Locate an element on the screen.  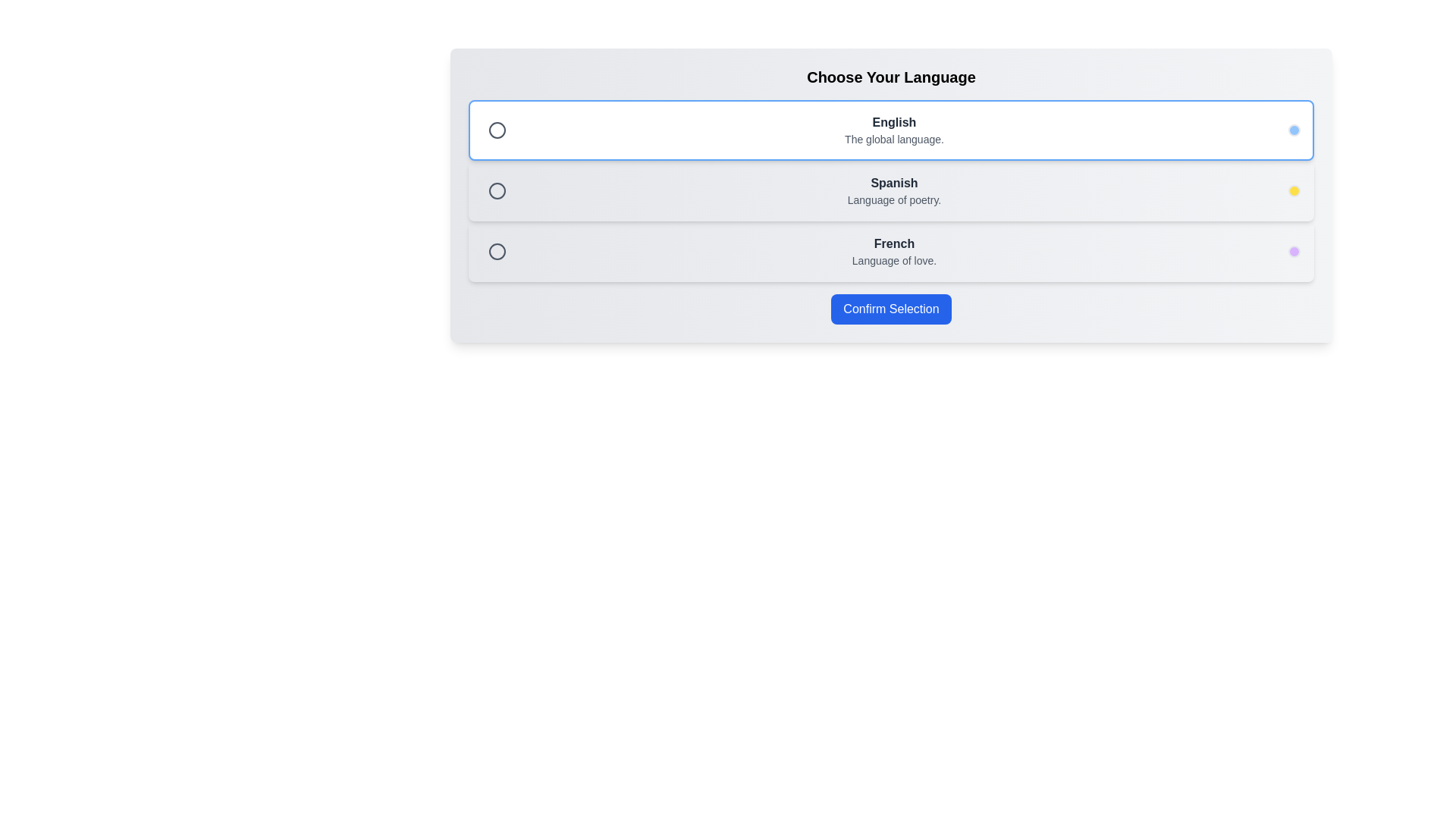
the circular icon is located at coordinates (497, 250).